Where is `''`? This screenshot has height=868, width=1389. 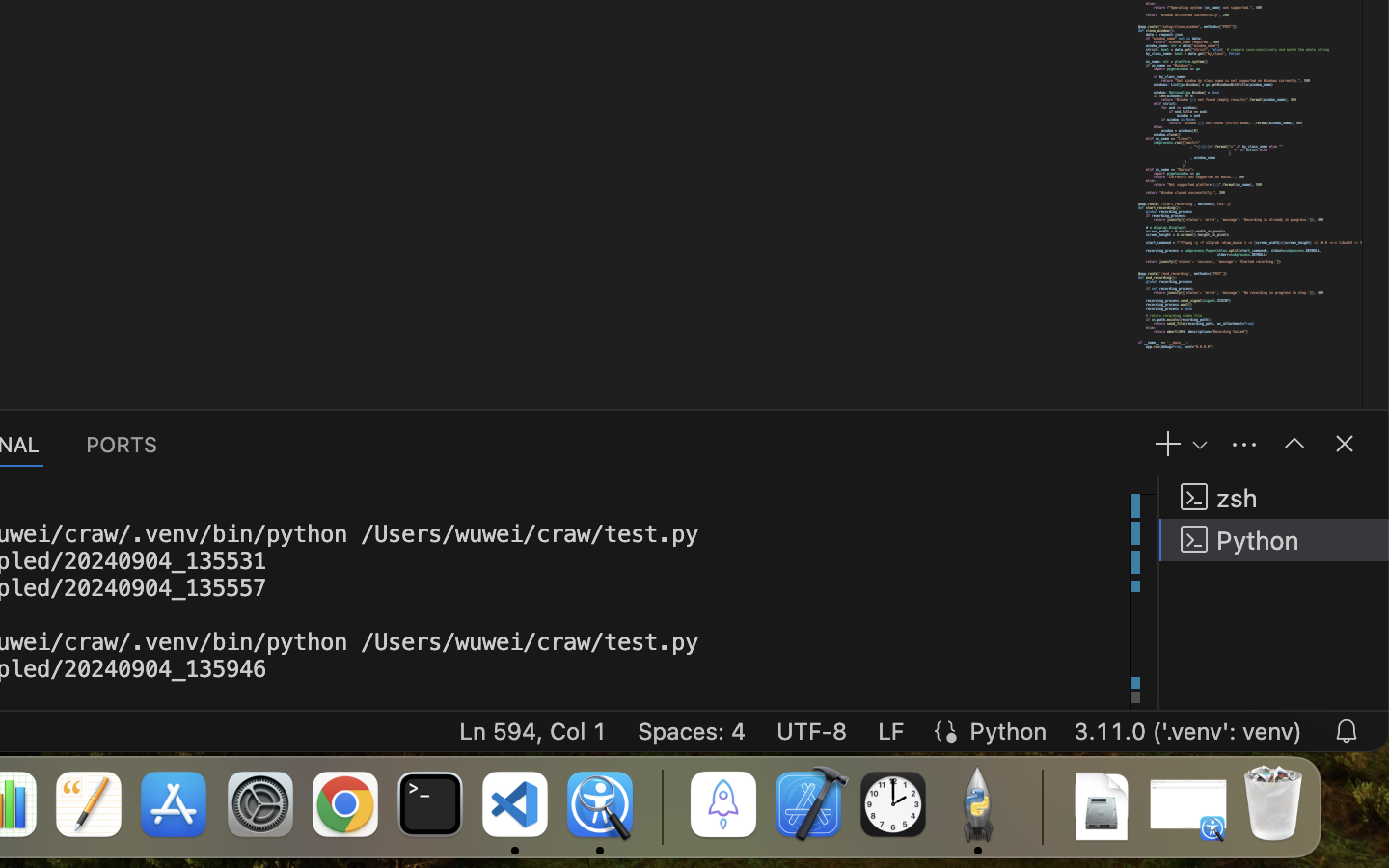
'' is located at coordinates (1293, 442).